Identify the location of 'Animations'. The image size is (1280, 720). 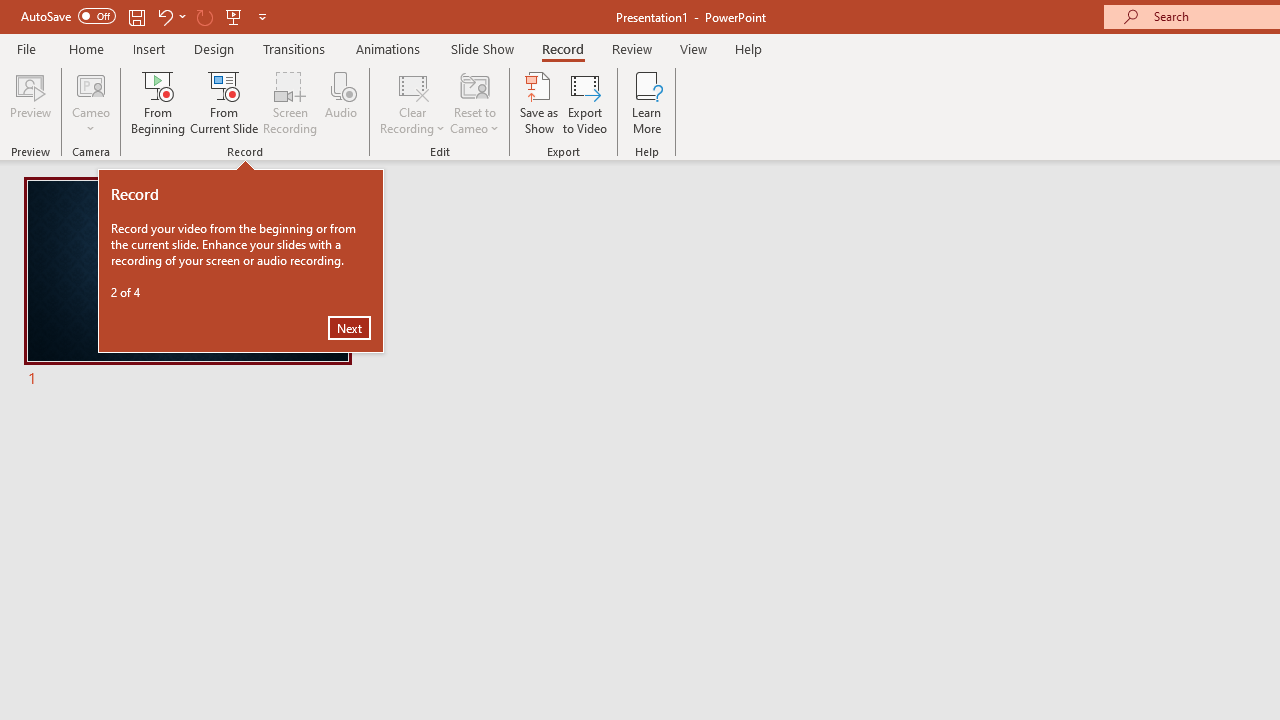
(388, 48).